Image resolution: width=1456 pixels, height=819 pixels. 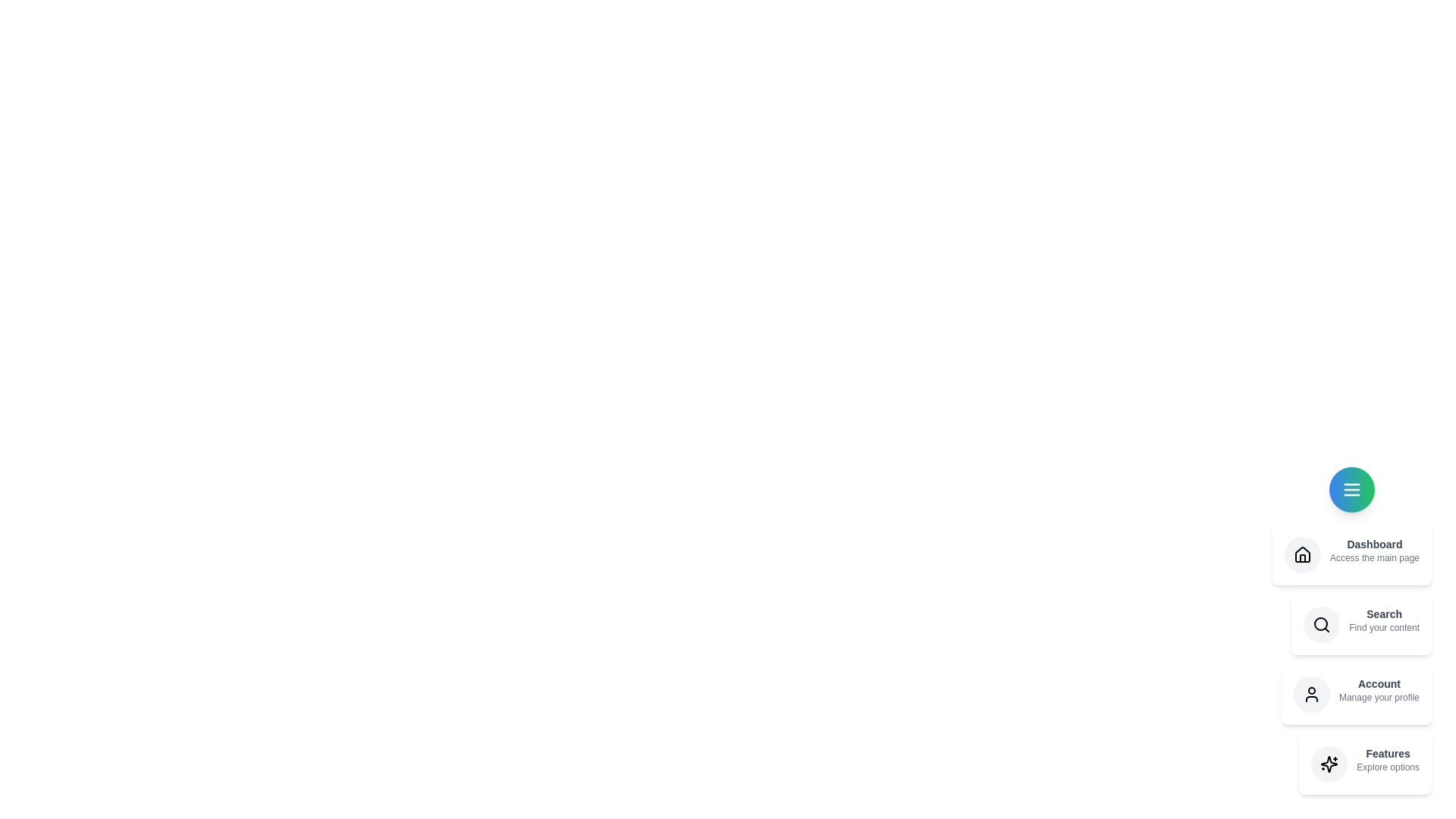 What do you see at coordinates (1357, 694) in the screenshot?
I see `the speed dial item Account to explore its functionality` at bounding box center [1357, 694].